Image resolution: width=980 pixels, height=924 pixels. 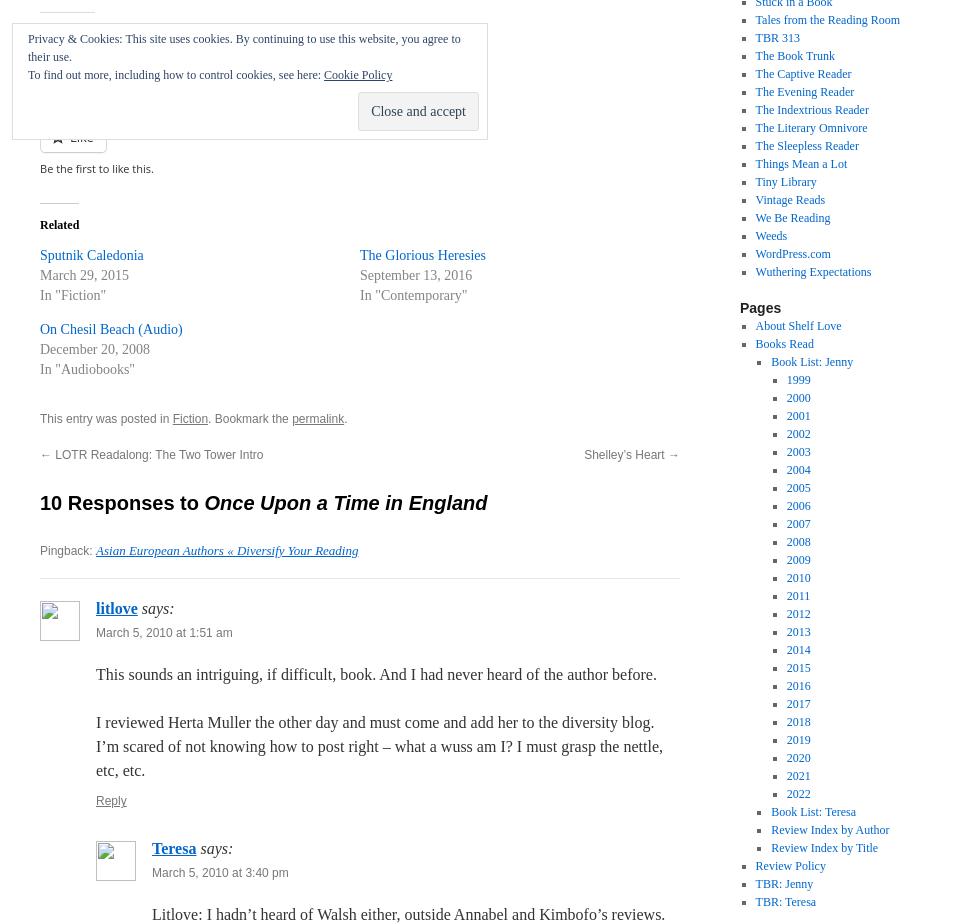 What do you see at coordinates (345, 503) in the screenshot?
I see `'Once Upon a Time in England'` at bounding box center [345, 503].